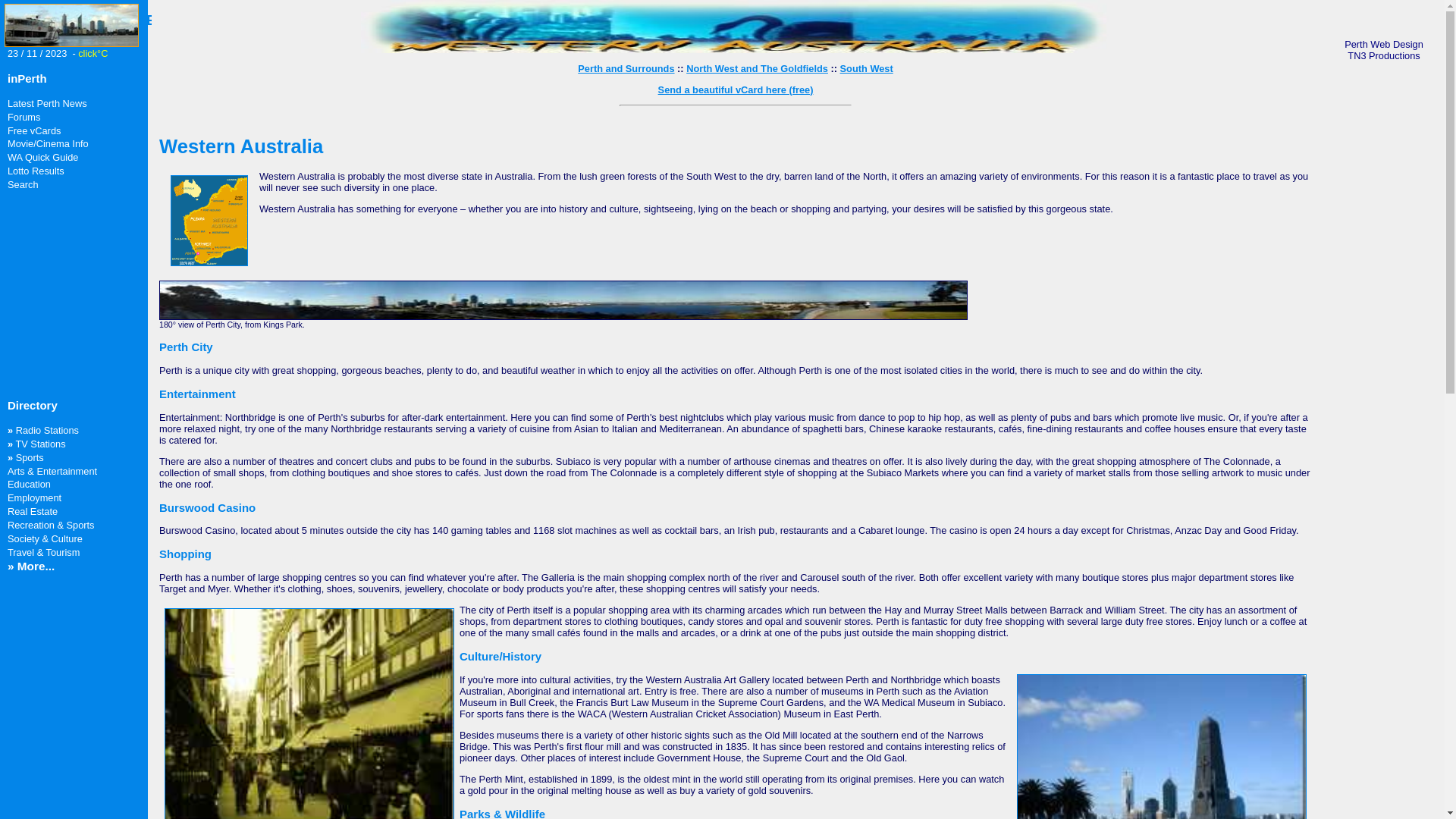  Describe the element at coordinates (29, 484) in the screenshot. I see `'Education'` at that location.